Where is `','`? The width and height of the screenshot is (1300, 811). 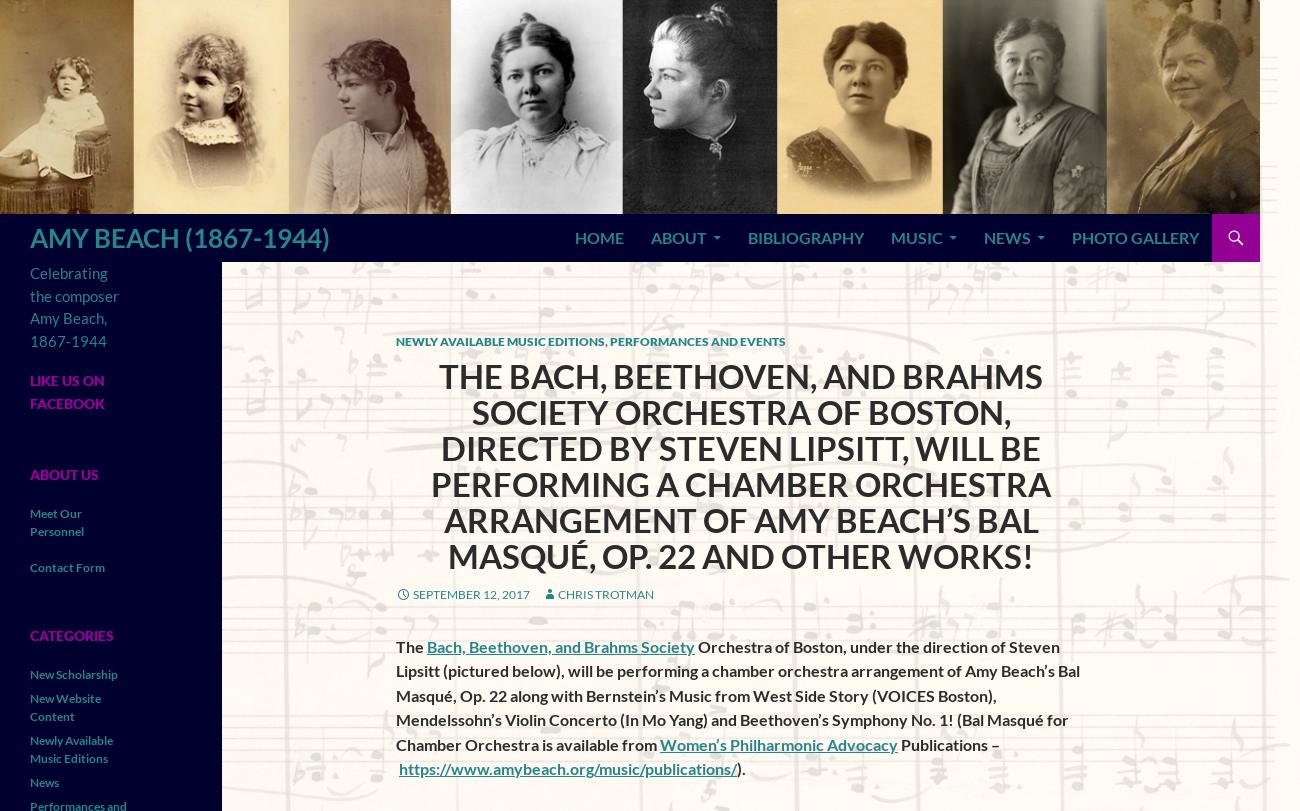
',' is located at coordinates (605, 341).